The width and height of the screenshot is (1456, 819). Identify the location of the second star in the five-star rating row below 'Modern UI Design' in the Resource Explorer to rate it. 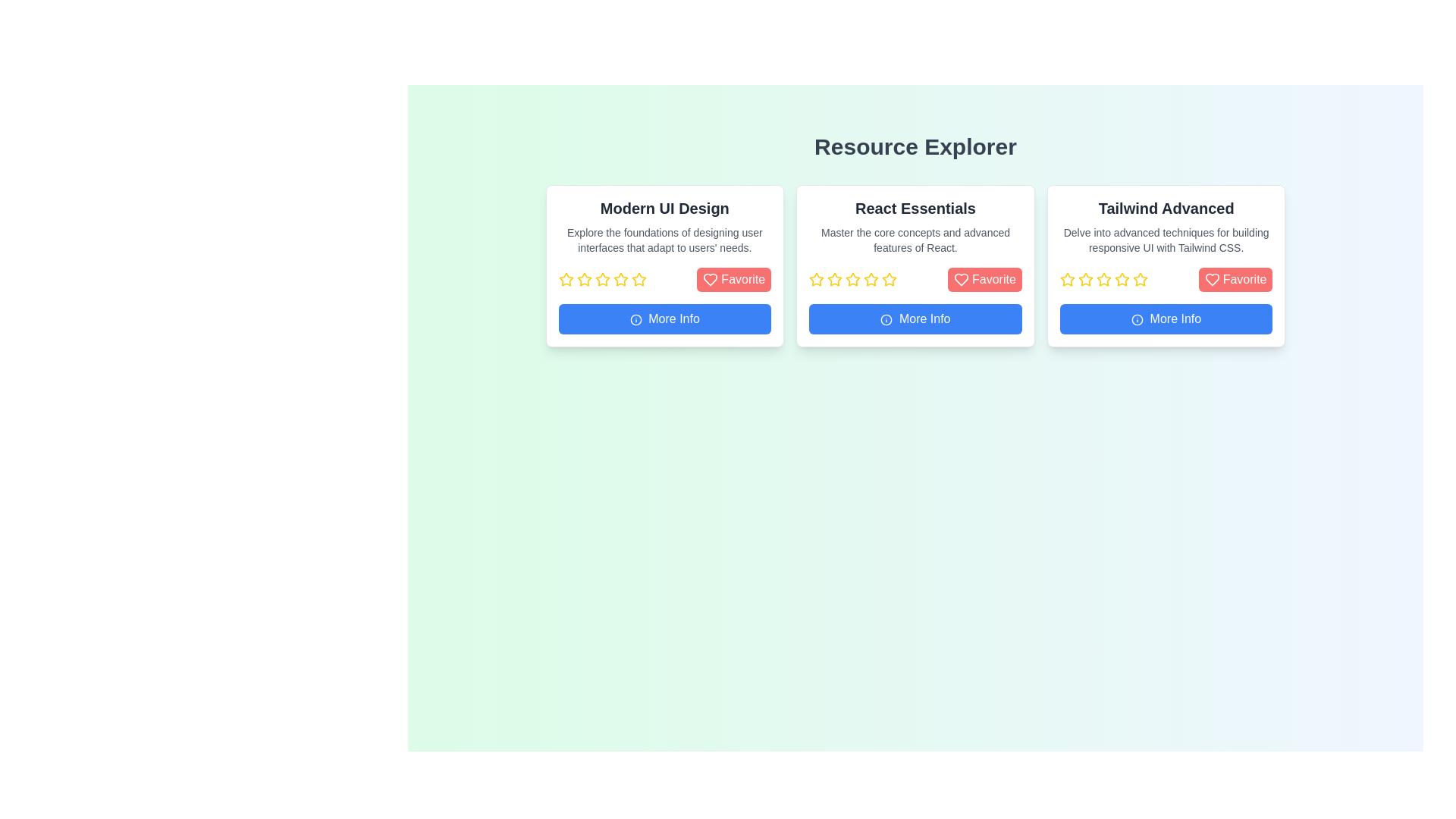
(639, 279).